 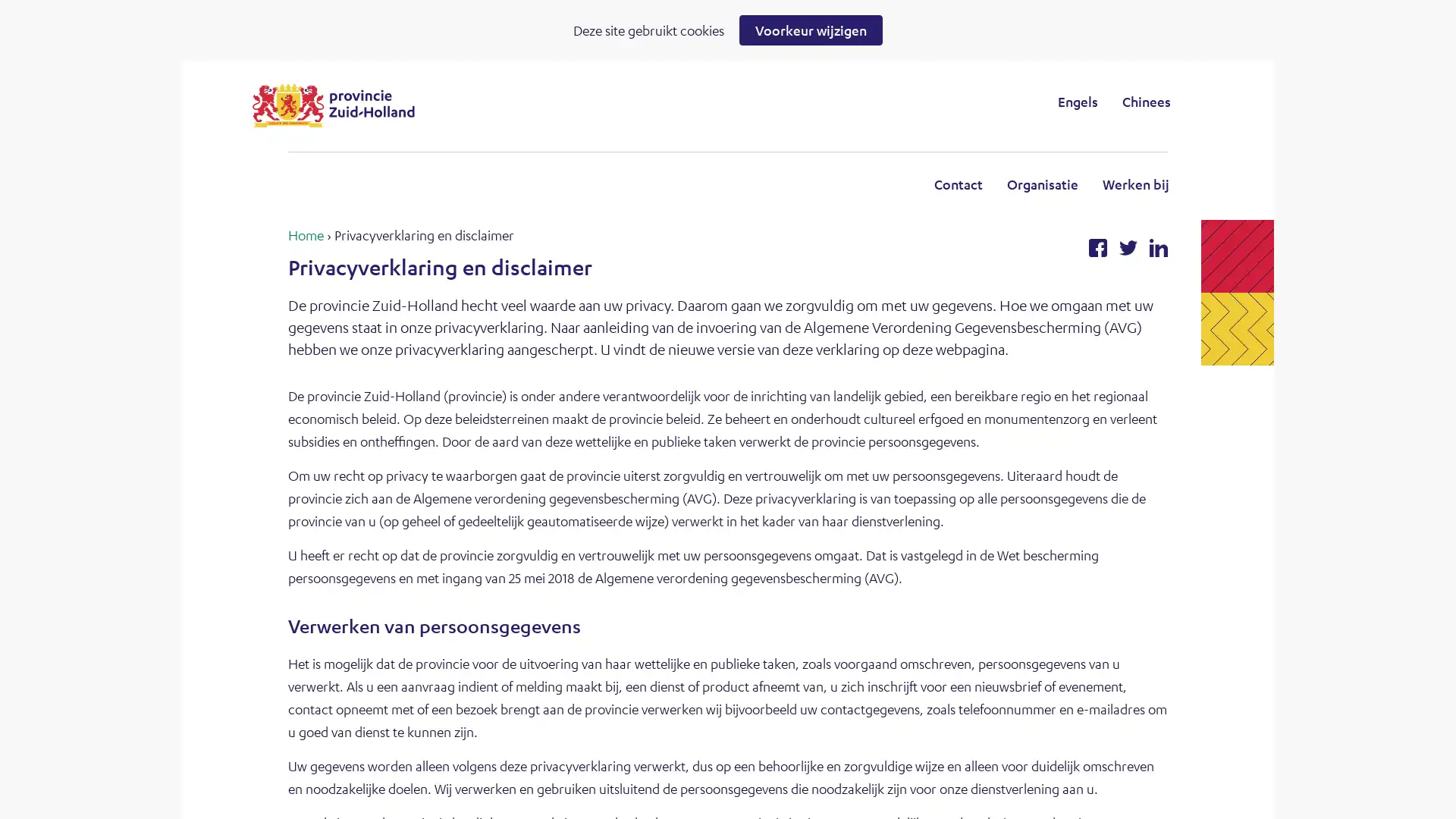 I want to click on Zoeken, so click(x=852, y=101).